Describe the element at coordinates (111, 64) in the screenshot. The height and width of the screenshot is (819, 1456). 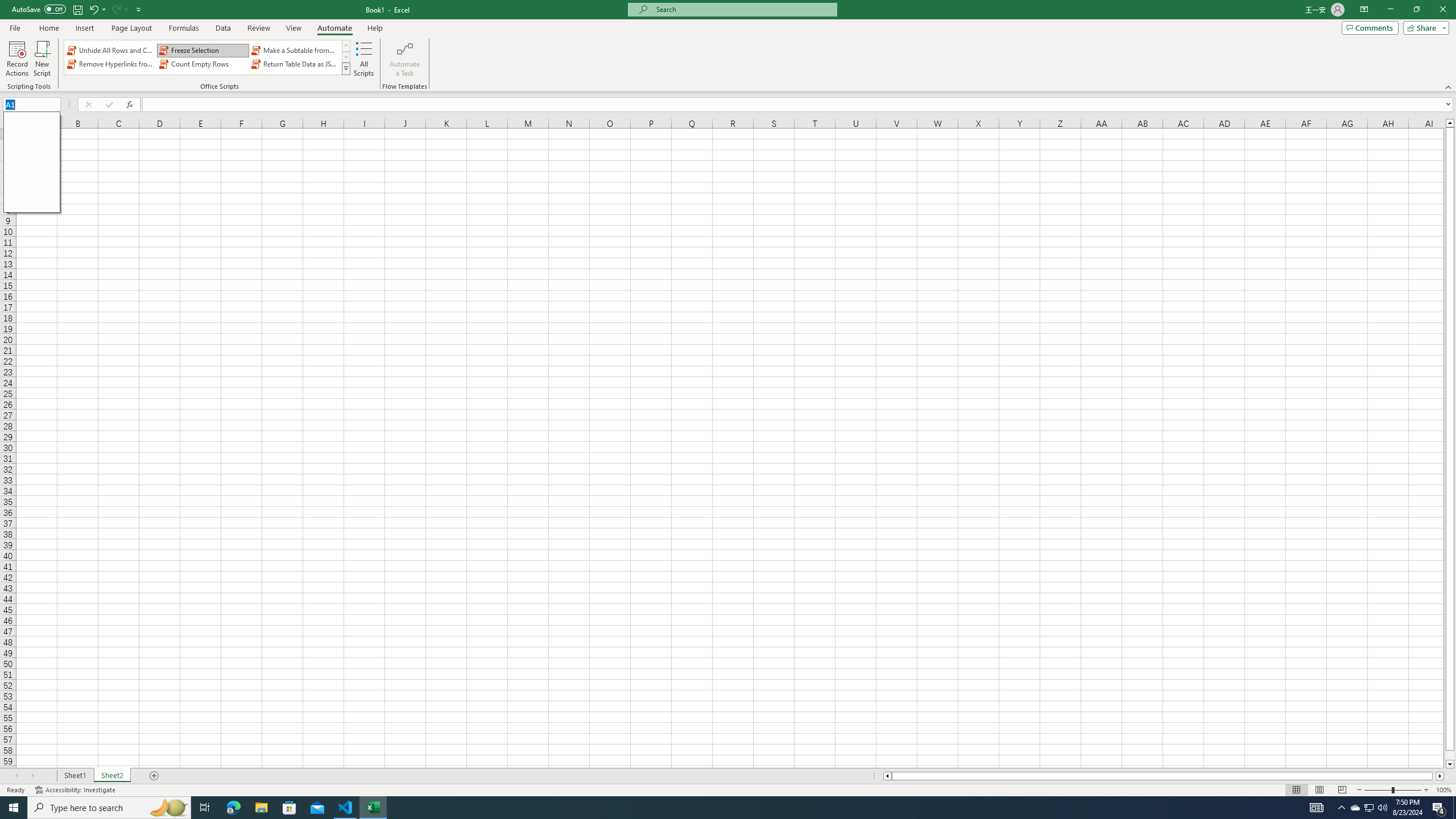
I see `'Remove Hyperlinks from Sheet'` at that location.